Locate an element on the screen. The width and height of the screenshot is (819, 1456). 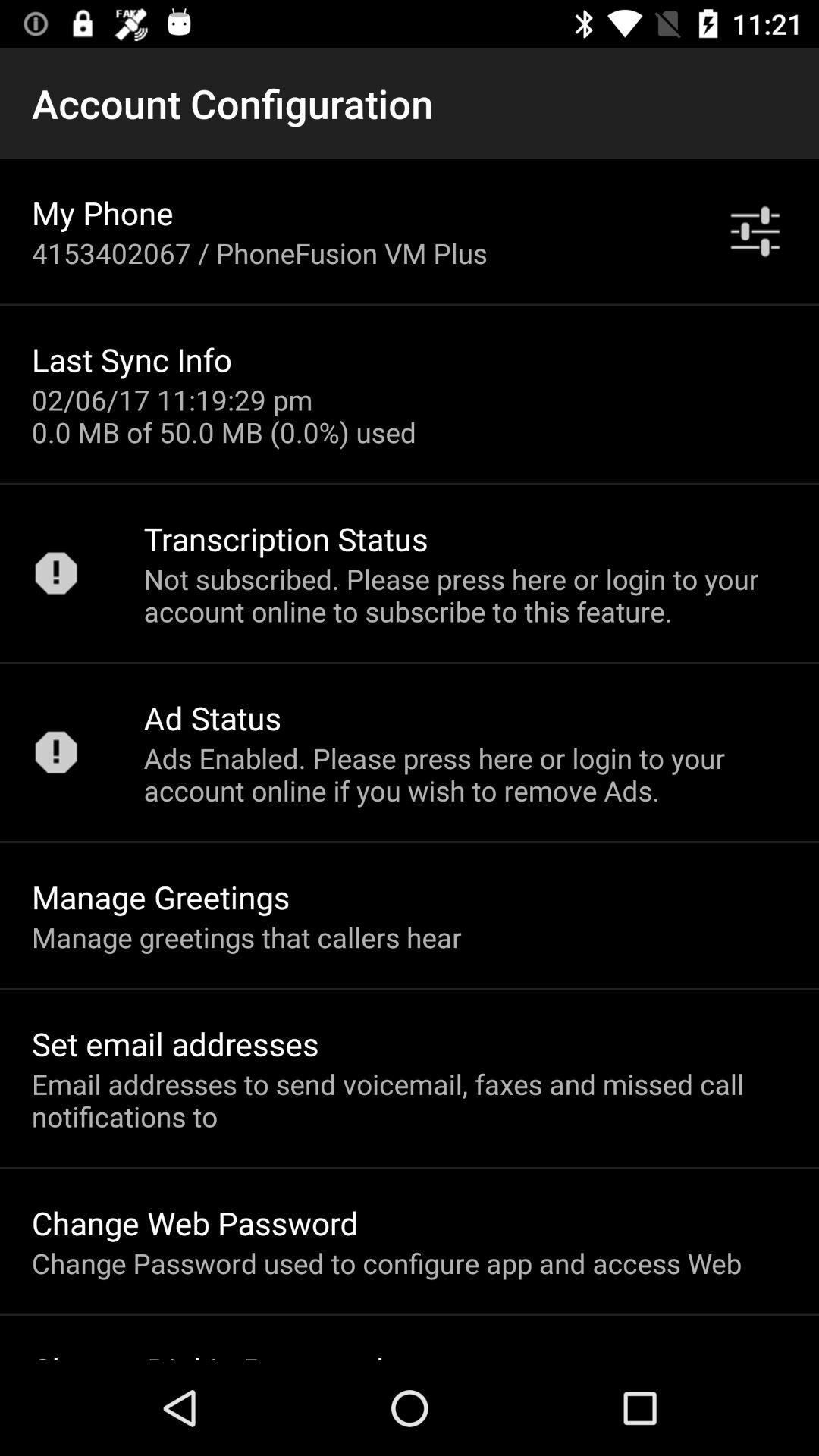
the item above ads enabled please item is located at coordinates (212, 717).